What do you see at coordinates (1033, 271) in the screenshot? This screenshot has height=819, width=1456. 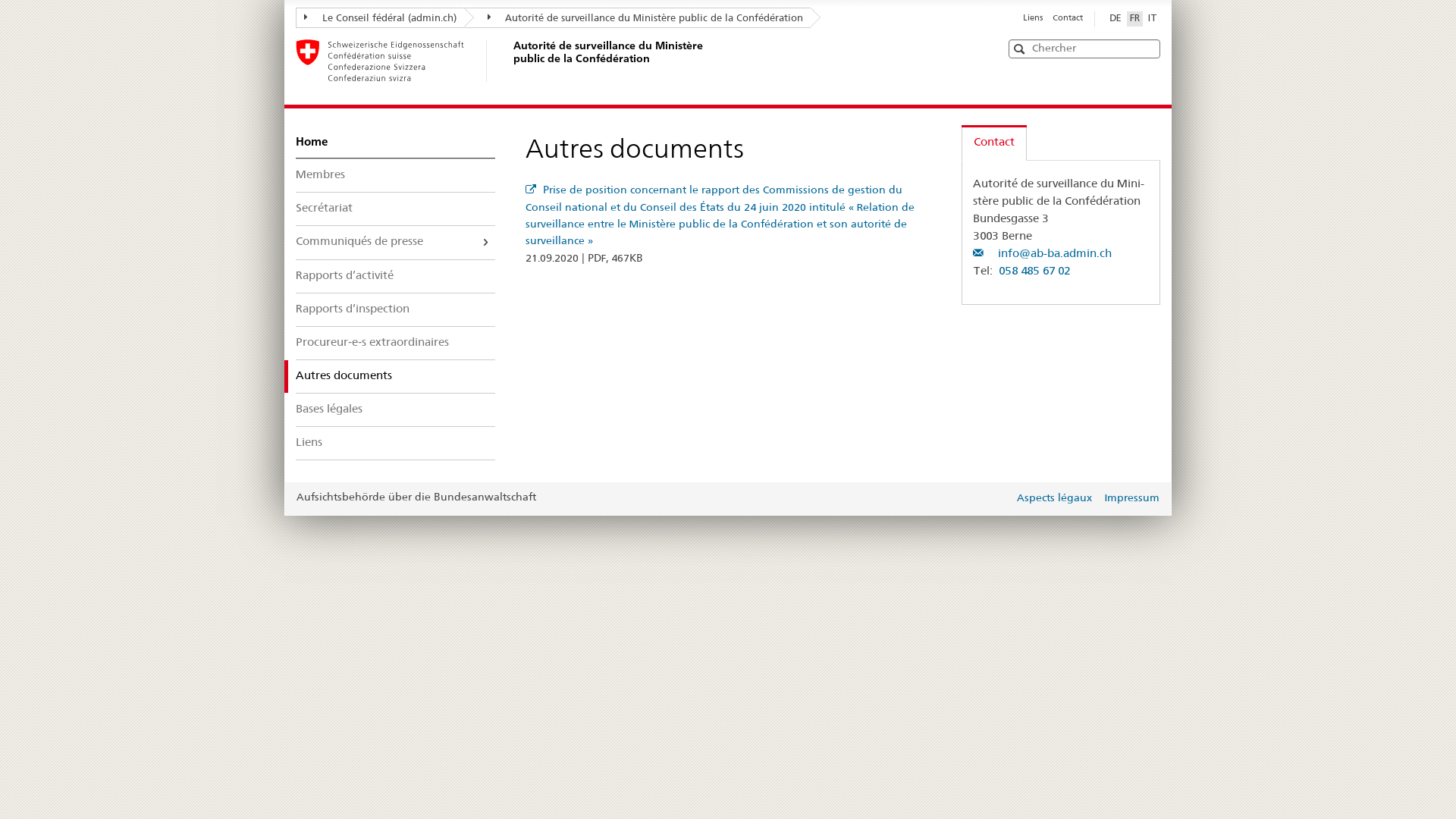 I see `'058 485 67 02'` at bounding box center [1033, 271].